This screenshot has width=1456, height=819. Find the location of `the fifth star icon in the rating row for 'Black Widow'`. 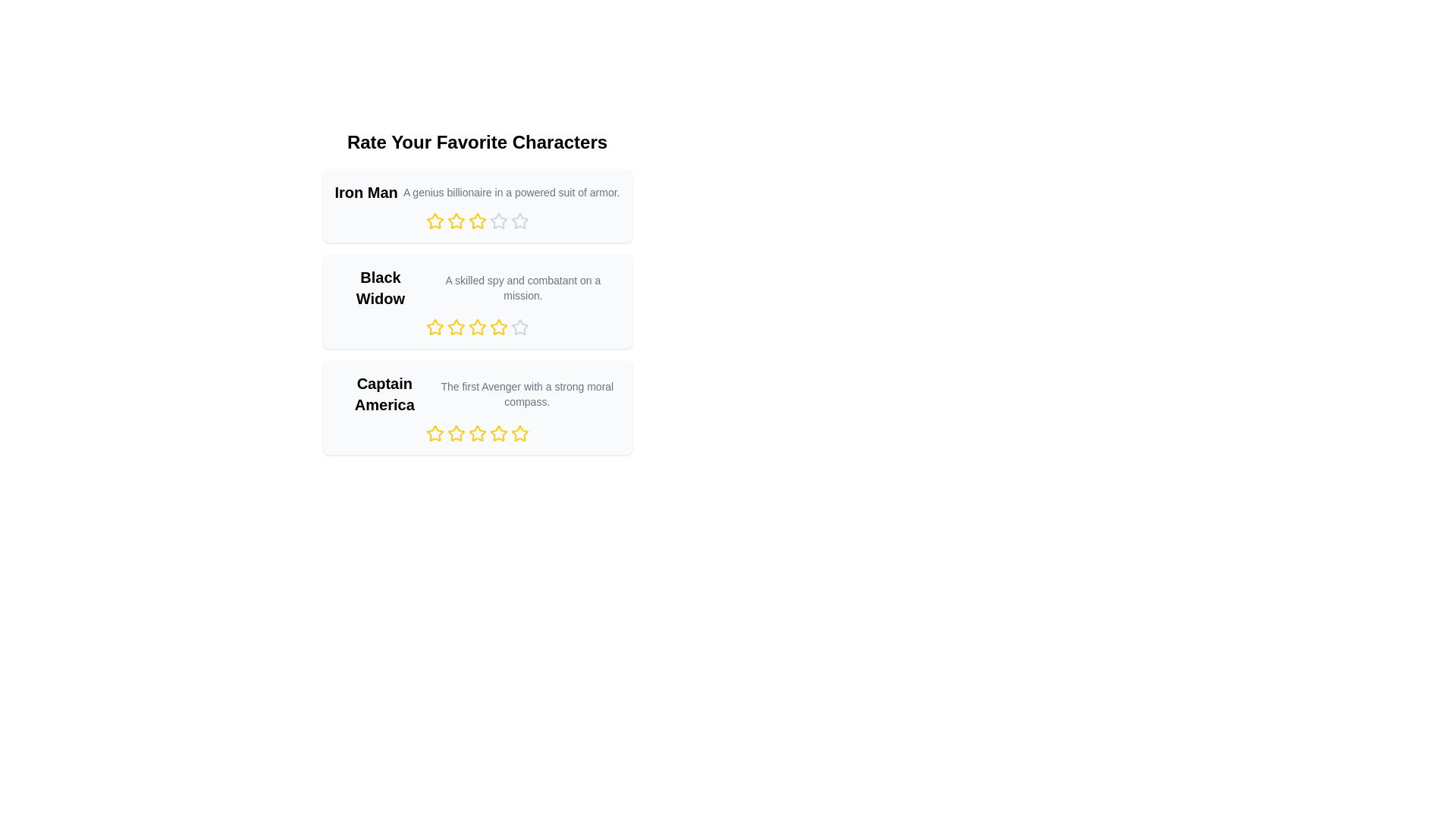

the fifth star icon in the rating row for 'Black Widow' is located at coordinates (476, 327).